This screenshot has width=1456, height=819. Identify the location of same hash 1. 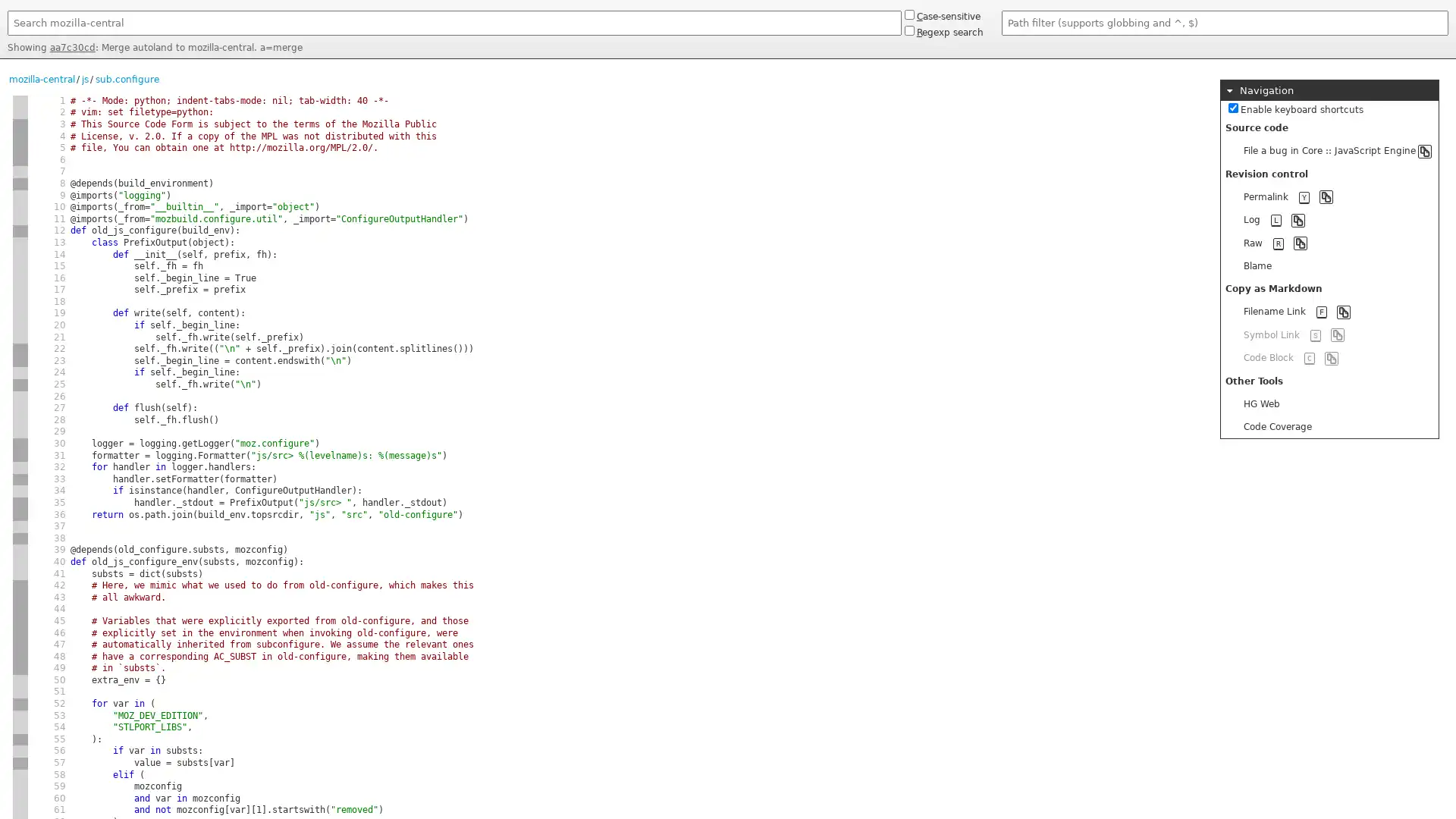
(20, 111).